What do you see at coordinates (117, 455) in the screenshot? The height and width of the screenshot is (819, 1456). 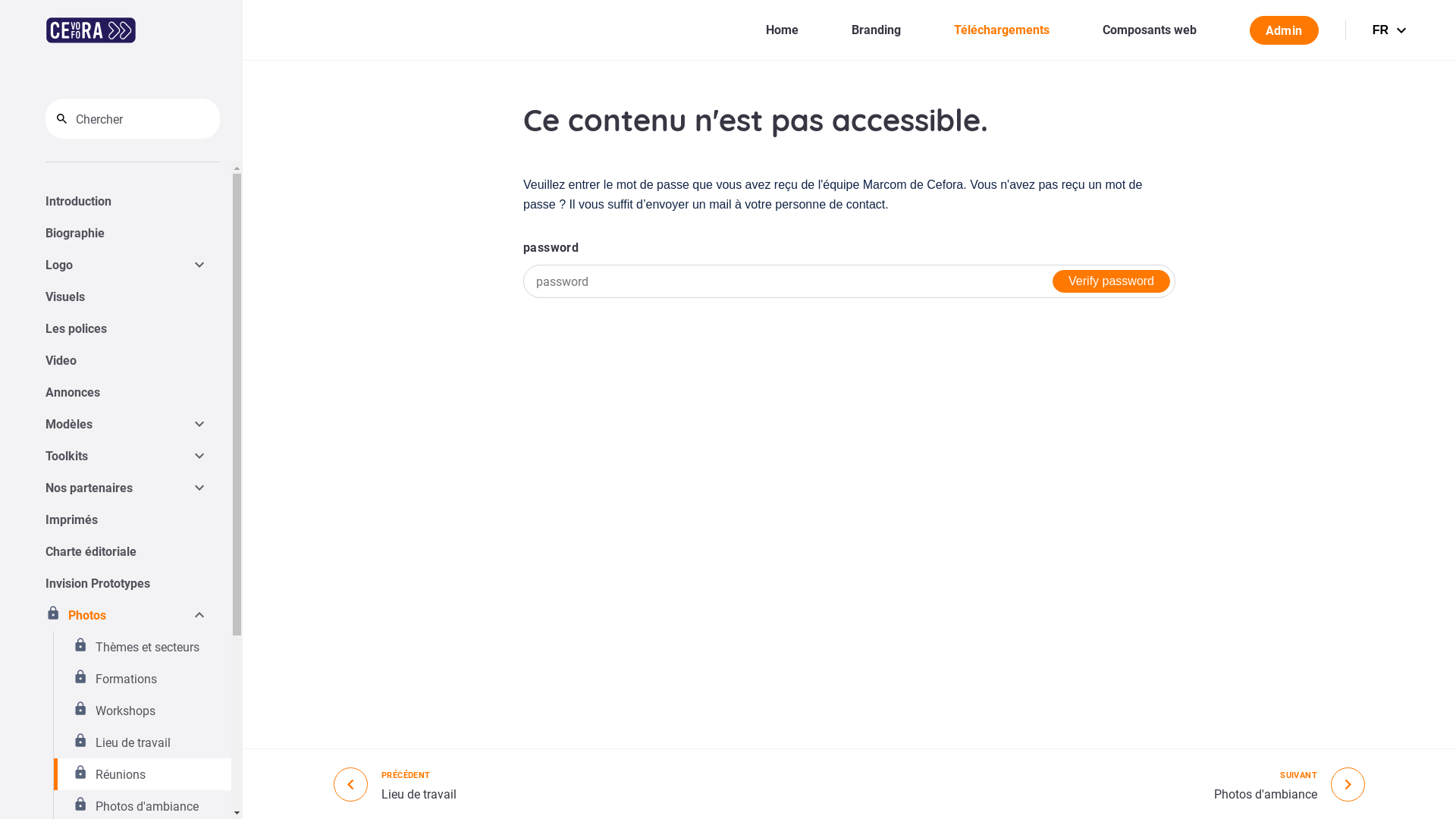 I see `'Toolkits'` at bounding box center [117, 455].